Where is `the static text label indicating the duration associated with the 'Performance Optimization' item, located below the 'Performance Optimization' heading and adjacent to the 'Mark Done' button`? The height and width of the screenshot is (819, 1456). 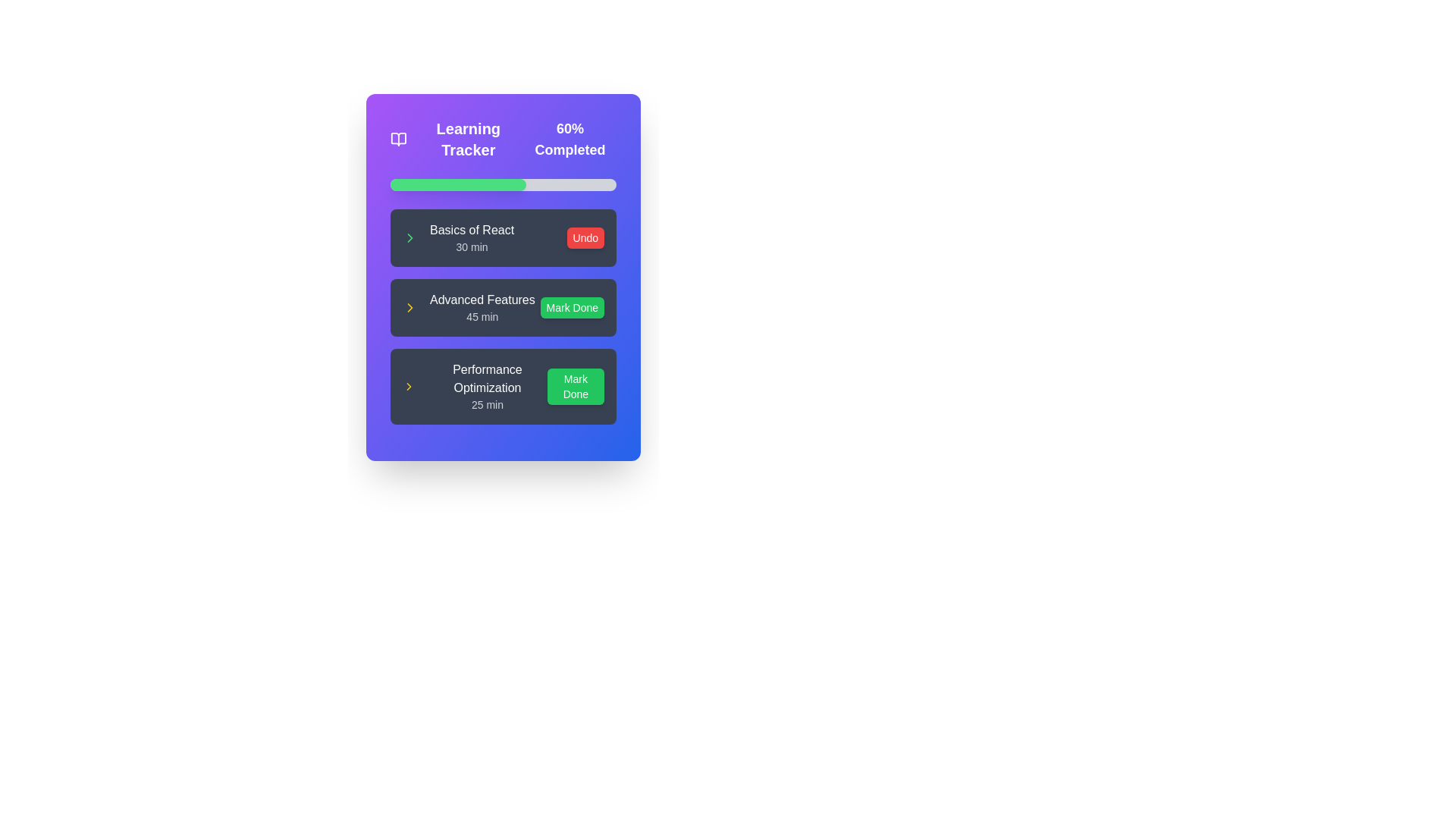
the static text label indicating the duration associated with the 'Performance Optimization' item, located below the 'Performance Optimization' heading and adjacent to the 'Mark Done' button is located at coordinates (488, 403).